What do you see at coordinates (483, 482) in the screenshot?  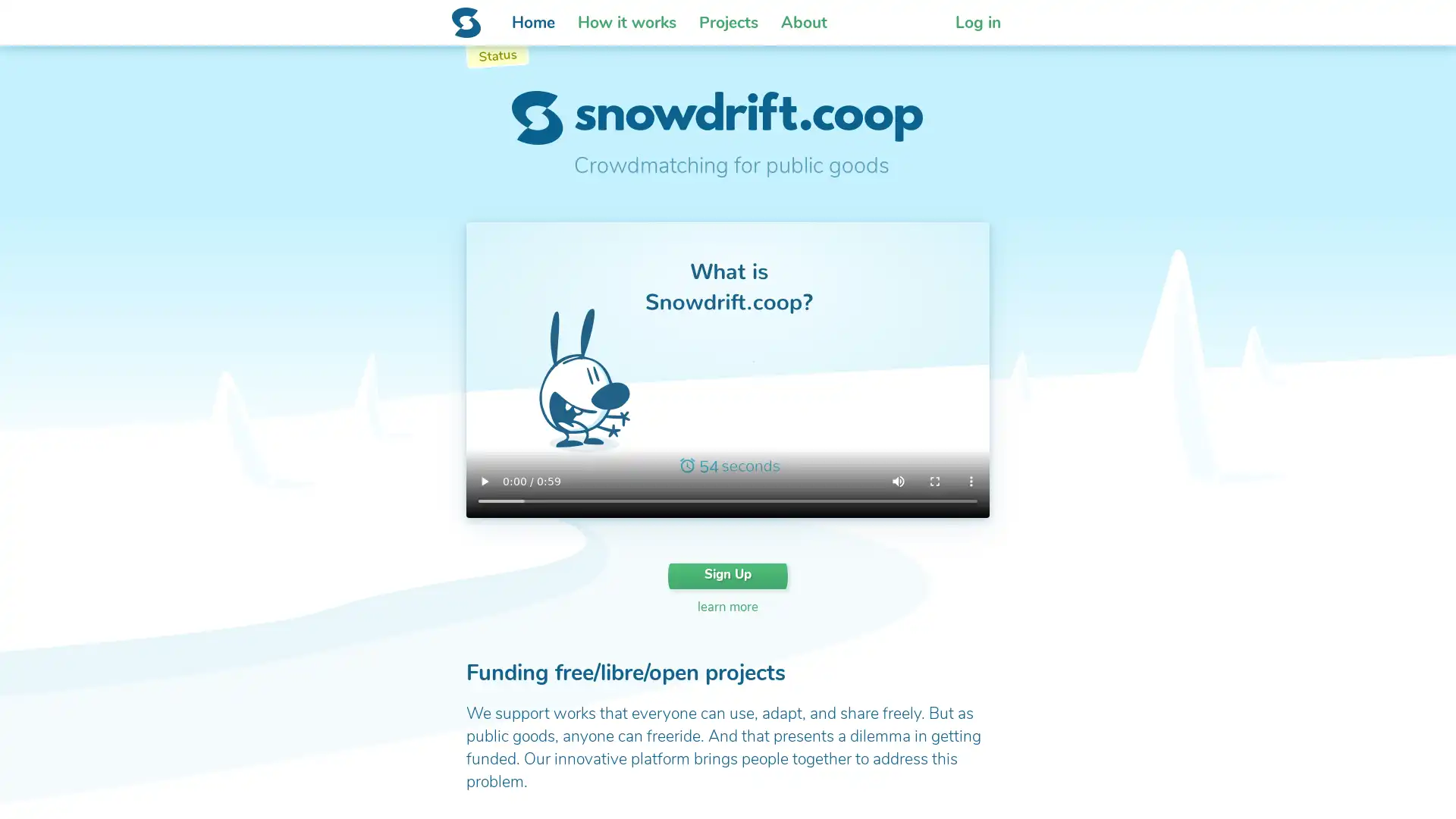 I see `play` at bounding box center [483, 482].